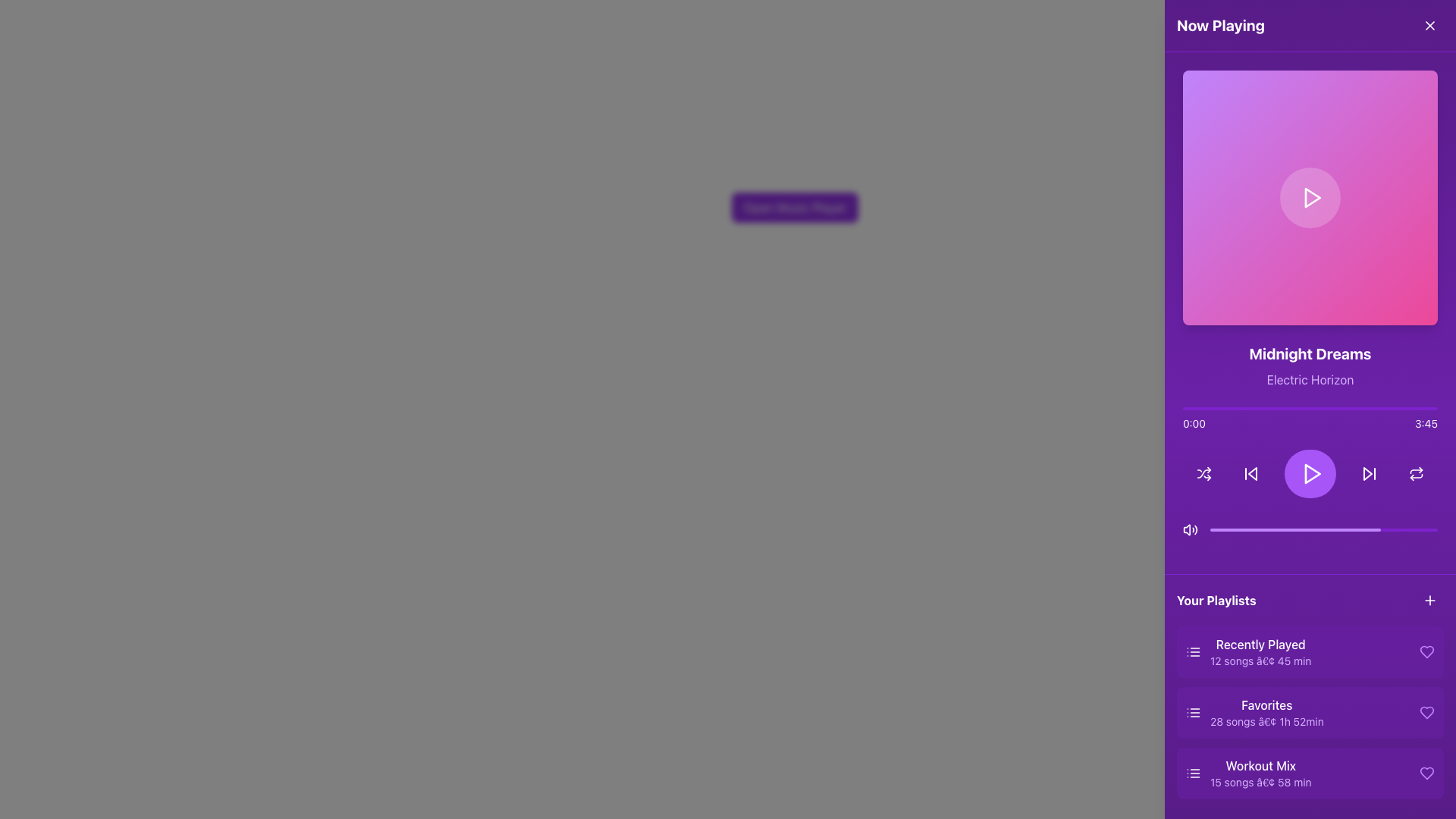 The width and height of the screenshot is (1456, 819). What do you see at coordinates (1341, 529) in the screenshot?
I see `media playback progress` at bounding box center [1341, 529].